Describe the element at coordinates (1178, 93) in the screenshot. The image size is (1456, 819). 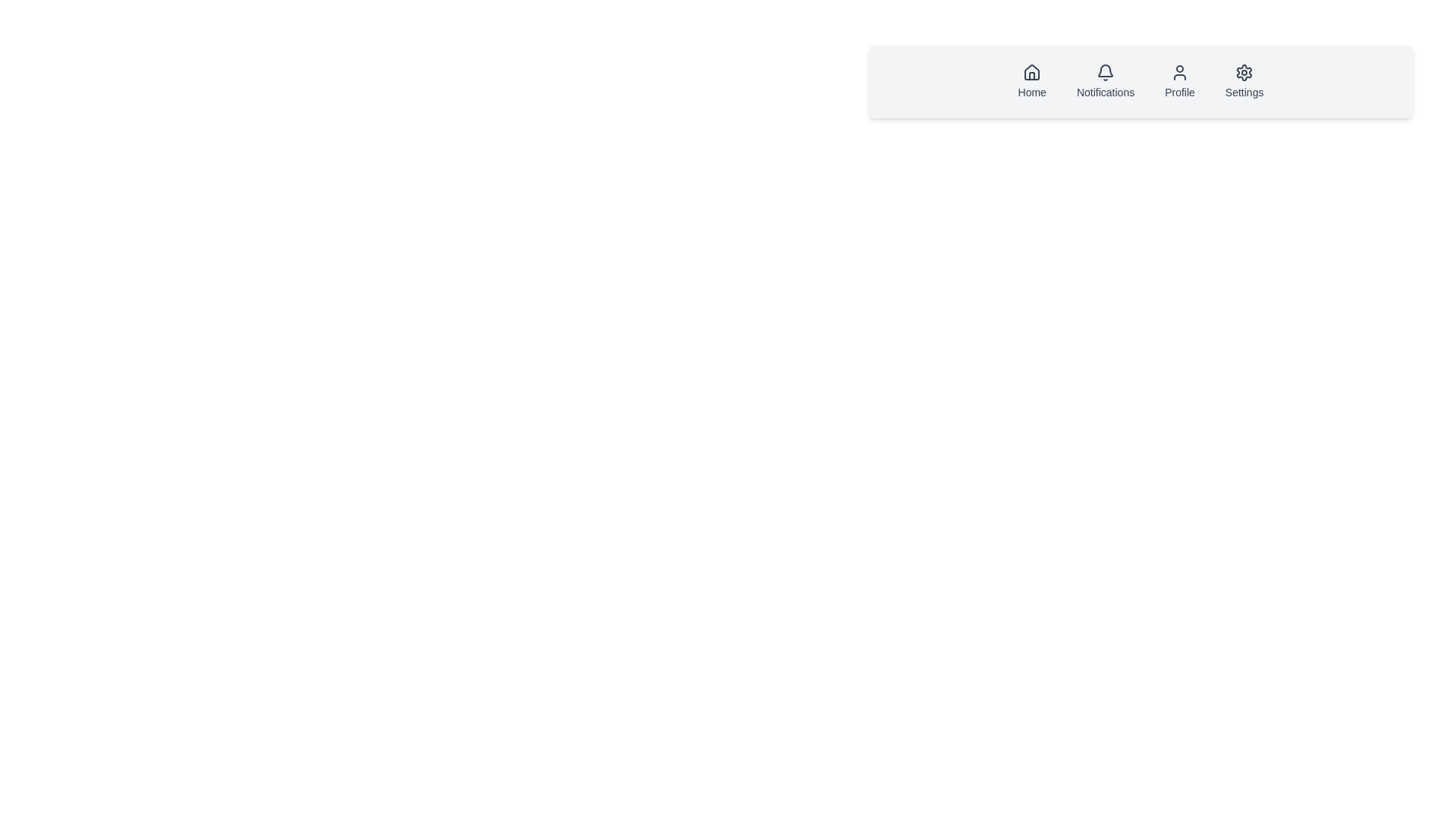
I see `the 'Profile' section by clicking on the label located below the user icon in the fourth navigation item of the horizontal navigation bar at the top-center of the page` at that location.